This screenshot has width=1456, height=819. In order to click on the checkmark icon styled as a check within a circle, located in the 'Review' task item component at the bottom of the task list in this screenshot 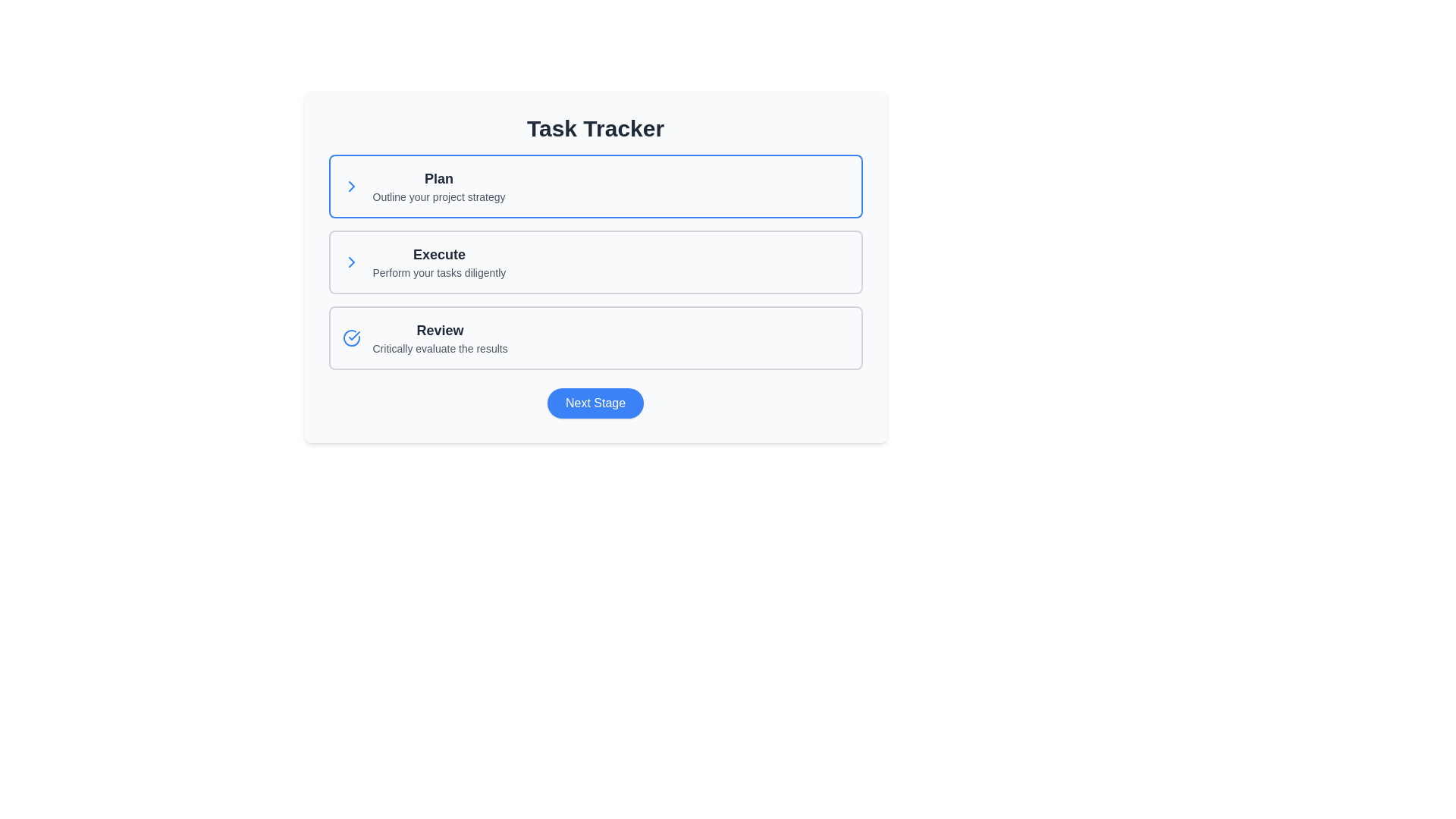, I will do `click(353, 335)`.